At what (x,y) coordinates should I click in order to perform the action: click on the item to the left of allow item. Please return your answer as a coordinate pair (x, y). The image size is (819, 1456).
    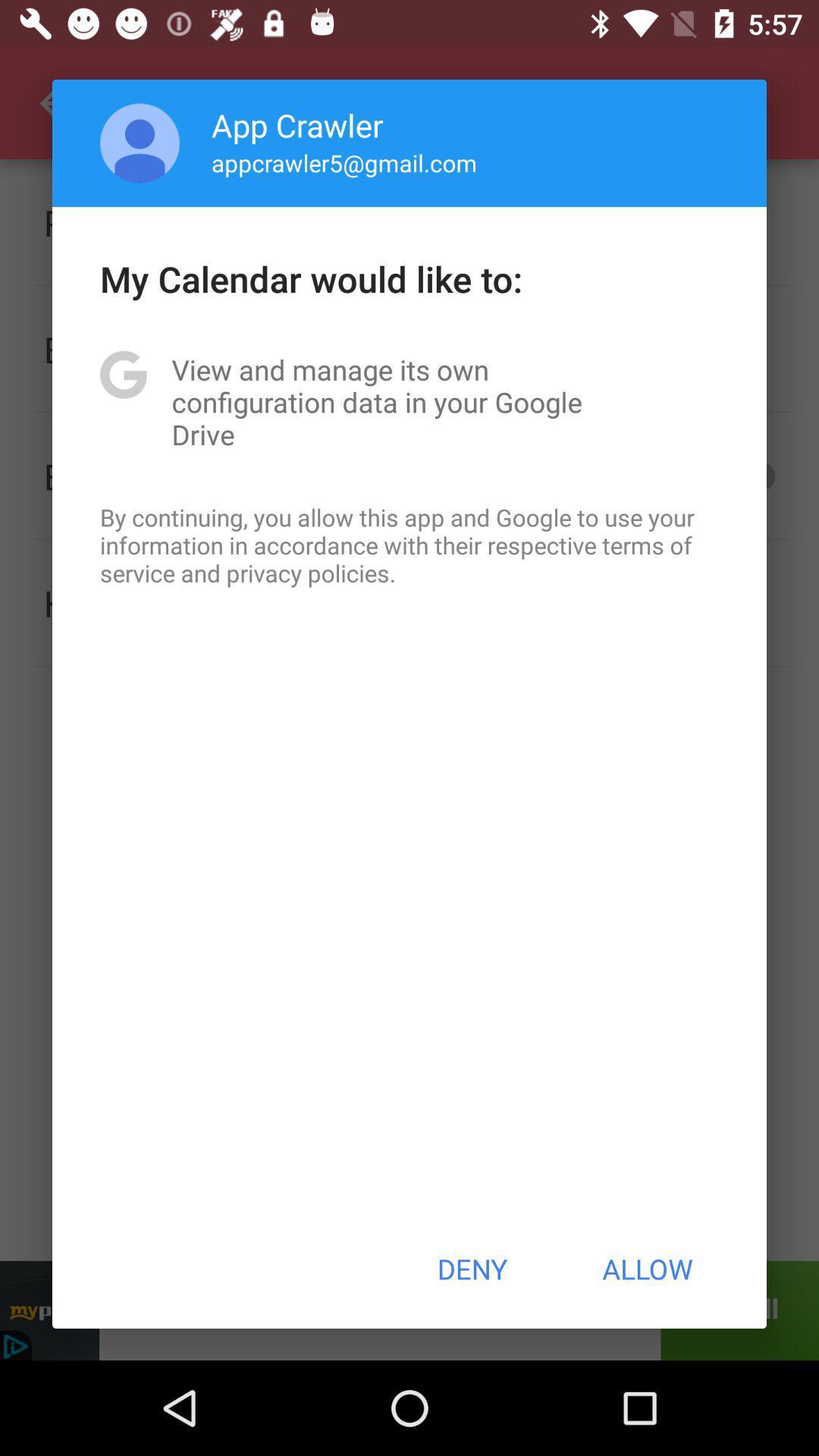
    Looking at the image, I should click on (471, 1269).